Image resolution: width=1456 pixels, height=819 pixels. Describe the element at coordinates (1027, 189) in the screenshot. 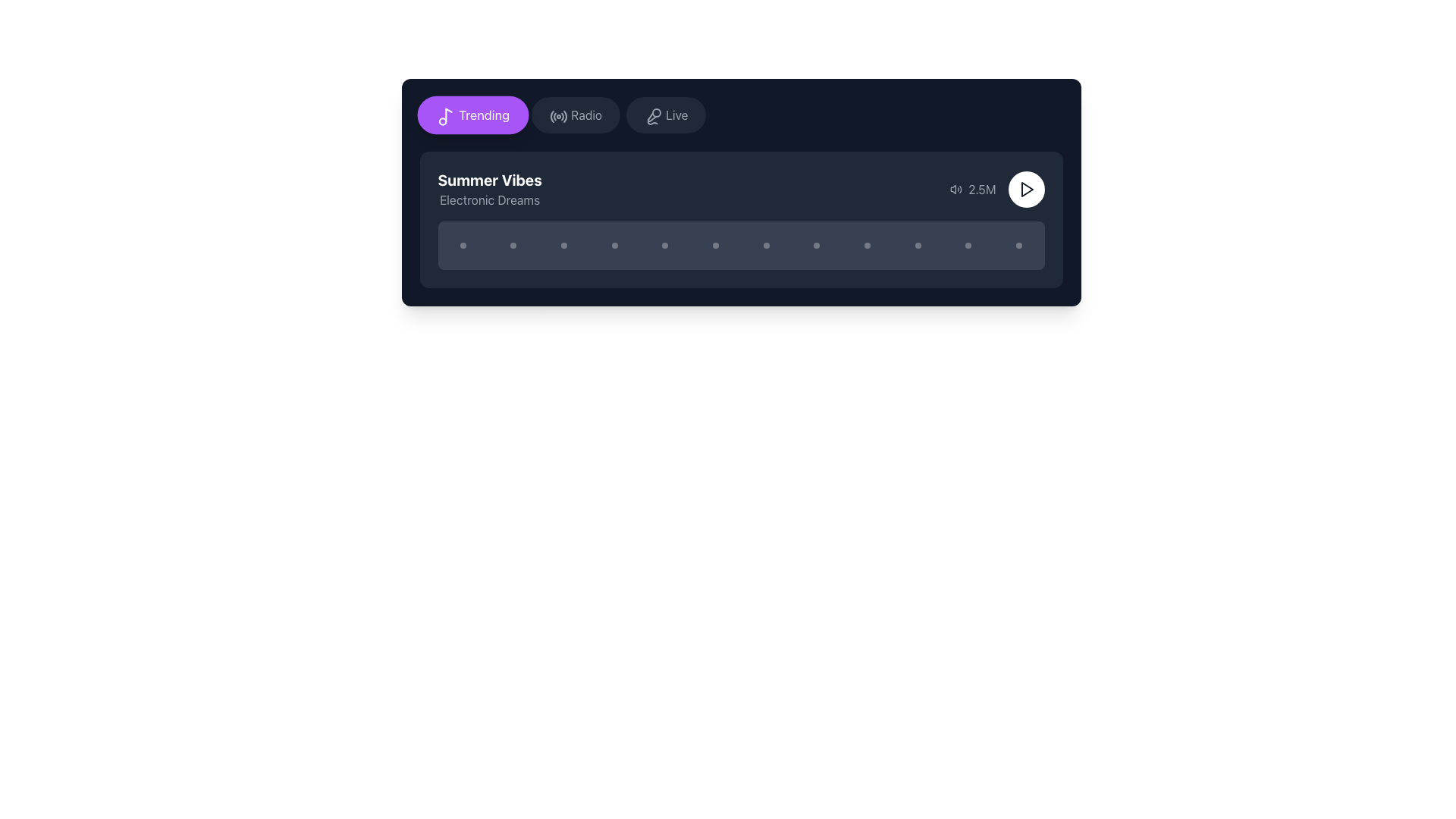

I see `the triangular play button in the upper-right region of the music player card interface to initiate playback` at that location.